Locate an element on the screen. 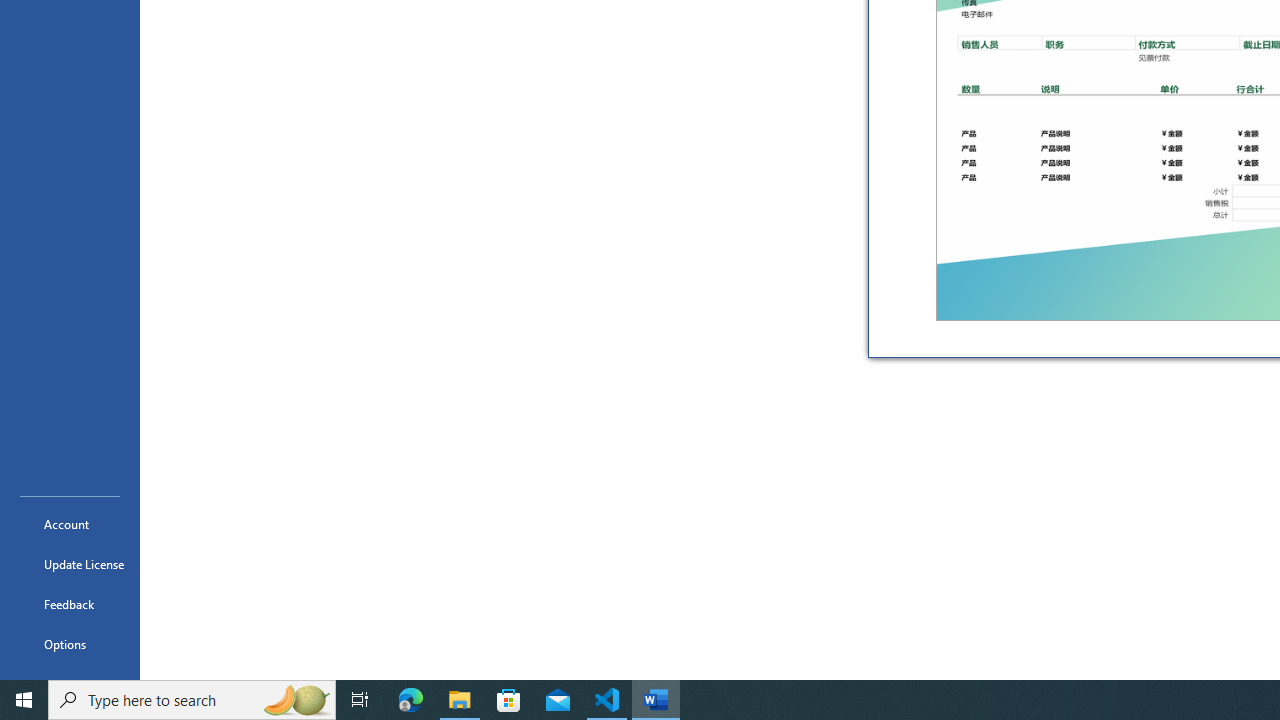 This screenshot has height=720, width=1280. 'Task View' is located at coordinates (359, 698).